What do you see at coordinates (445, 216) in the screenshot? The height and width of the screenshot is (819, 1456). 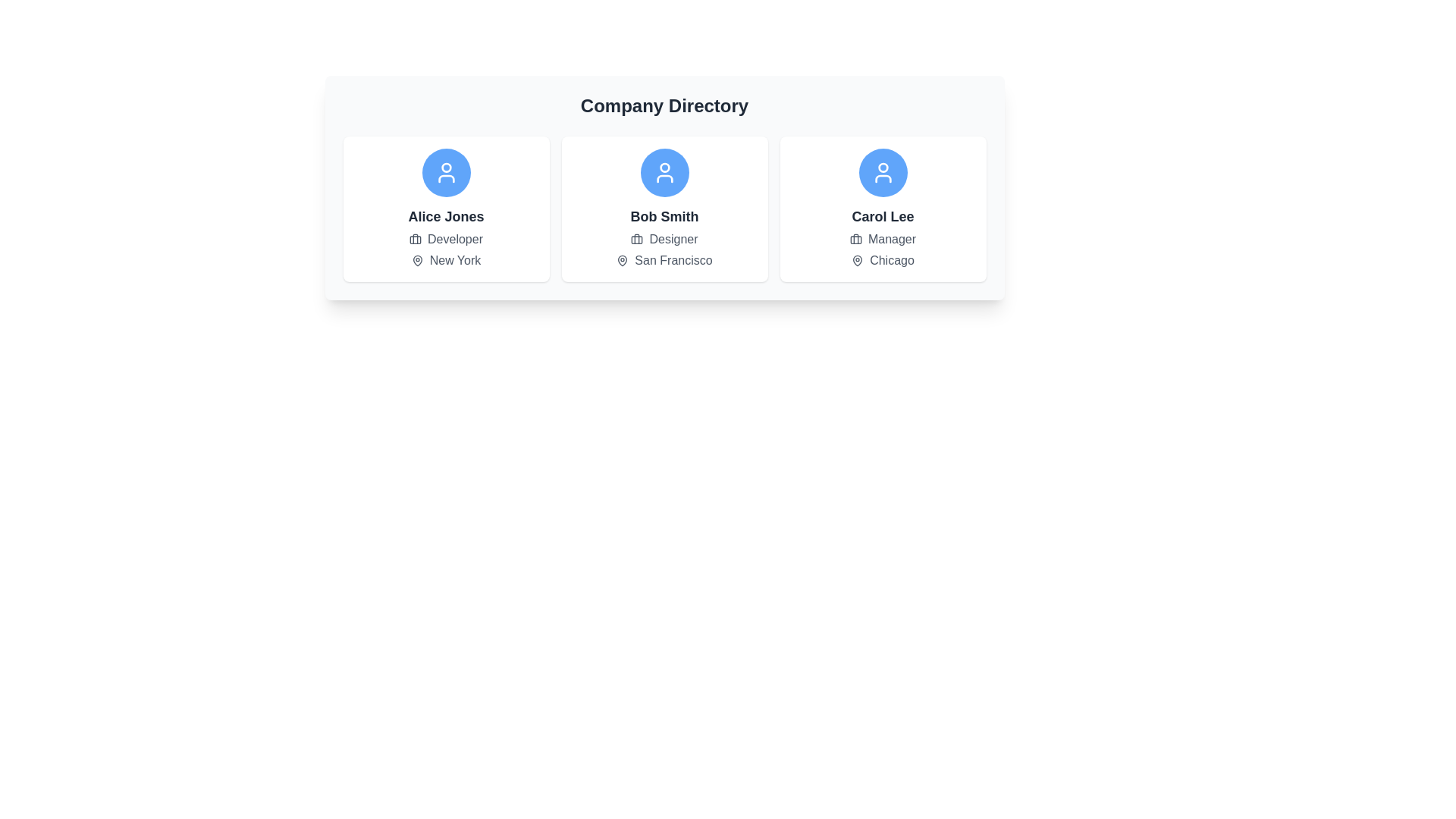 I see `the static text label displaying the individual's name in the first card of the Company Directory section, which is positioned below the avatar and above the occupation and location text` at bounding box center [445, 216].